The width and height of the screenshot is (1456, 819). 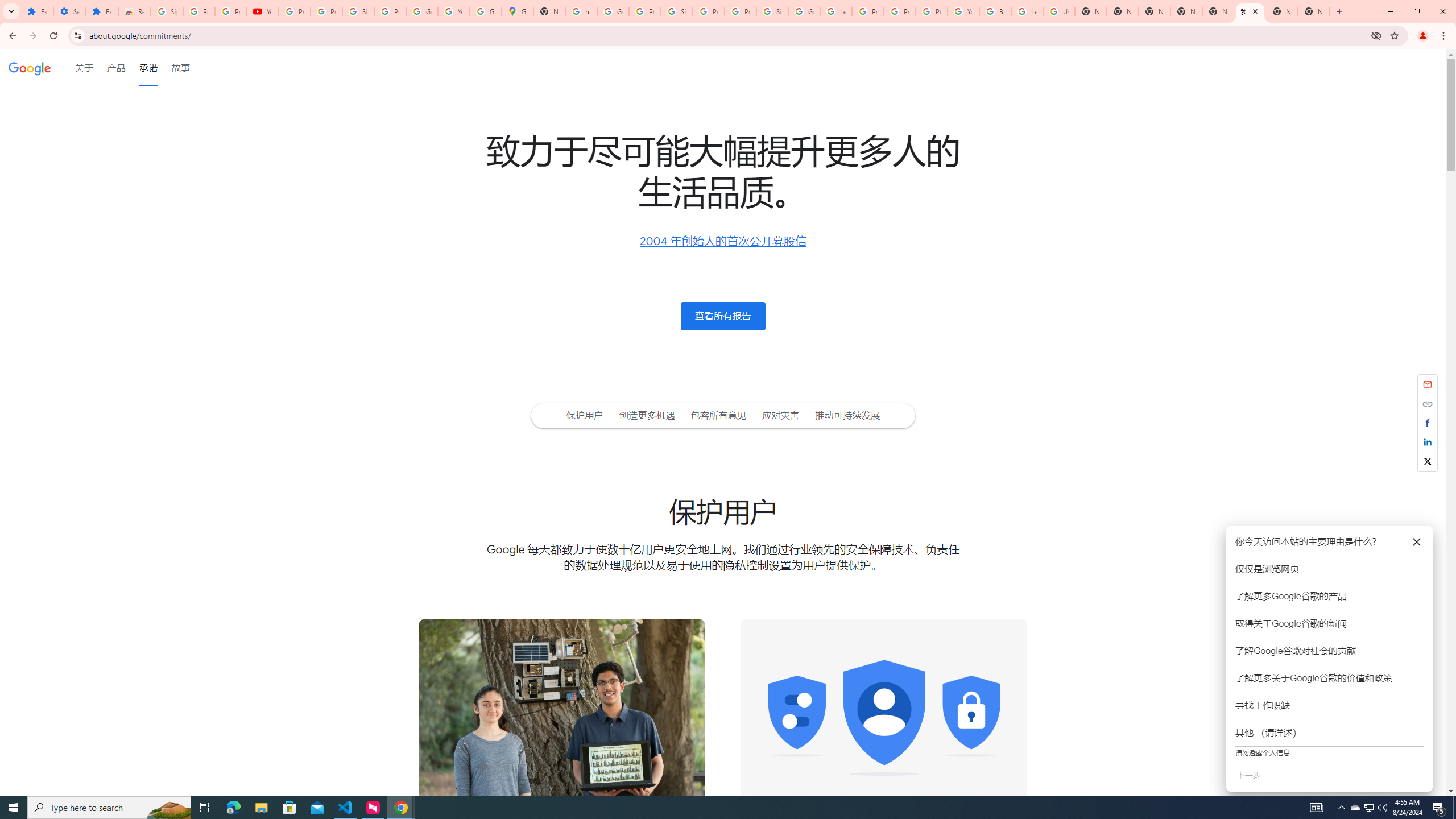 I want to click on 'New Tab', so click(x=1314, y=11).